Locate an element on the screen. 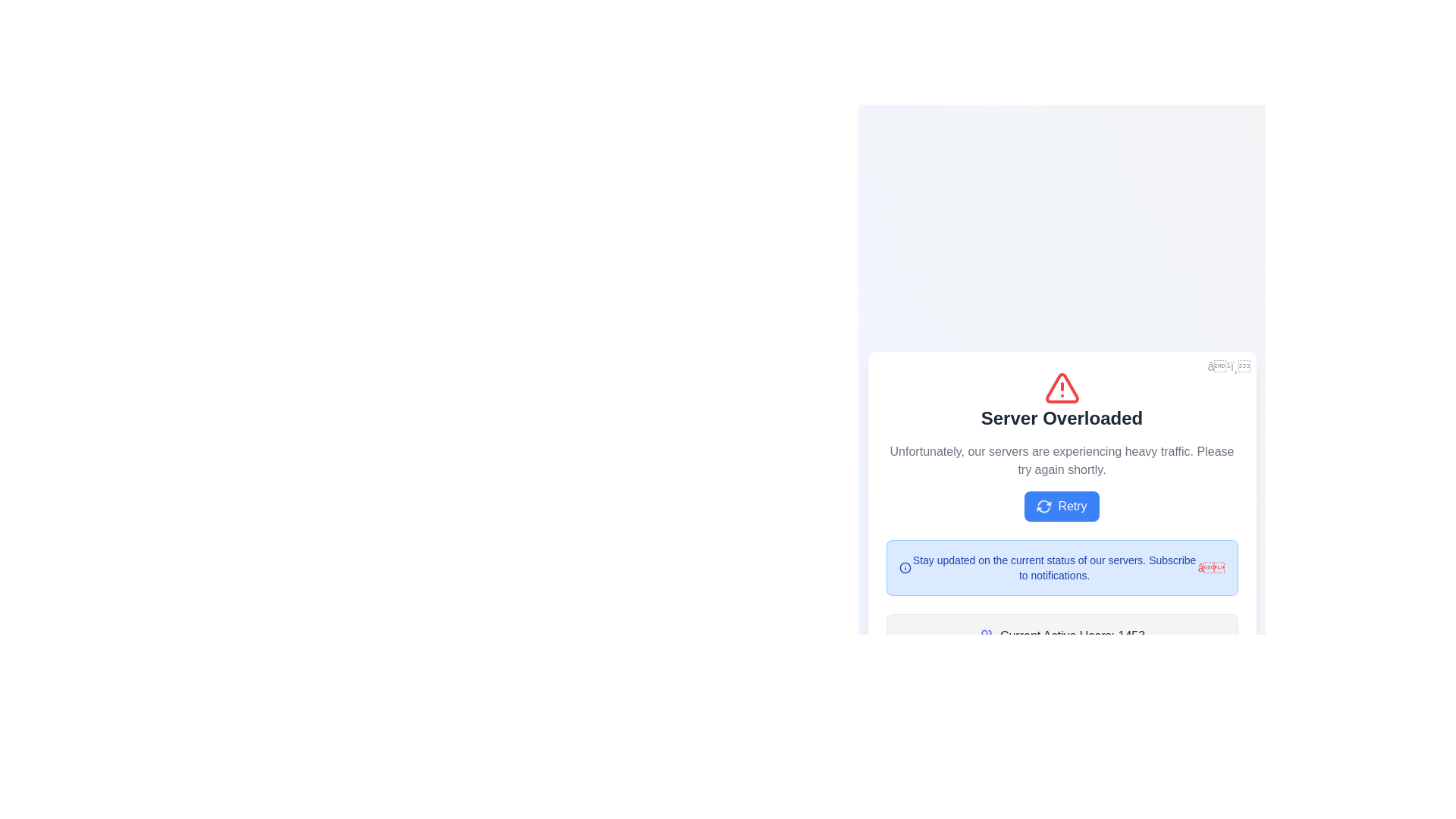 The image size is (1456, 819). the small red close button, which appears as a cross icon, located in the bottom right corner of the notification card with a blue background is located at coordinates (1210, 567).